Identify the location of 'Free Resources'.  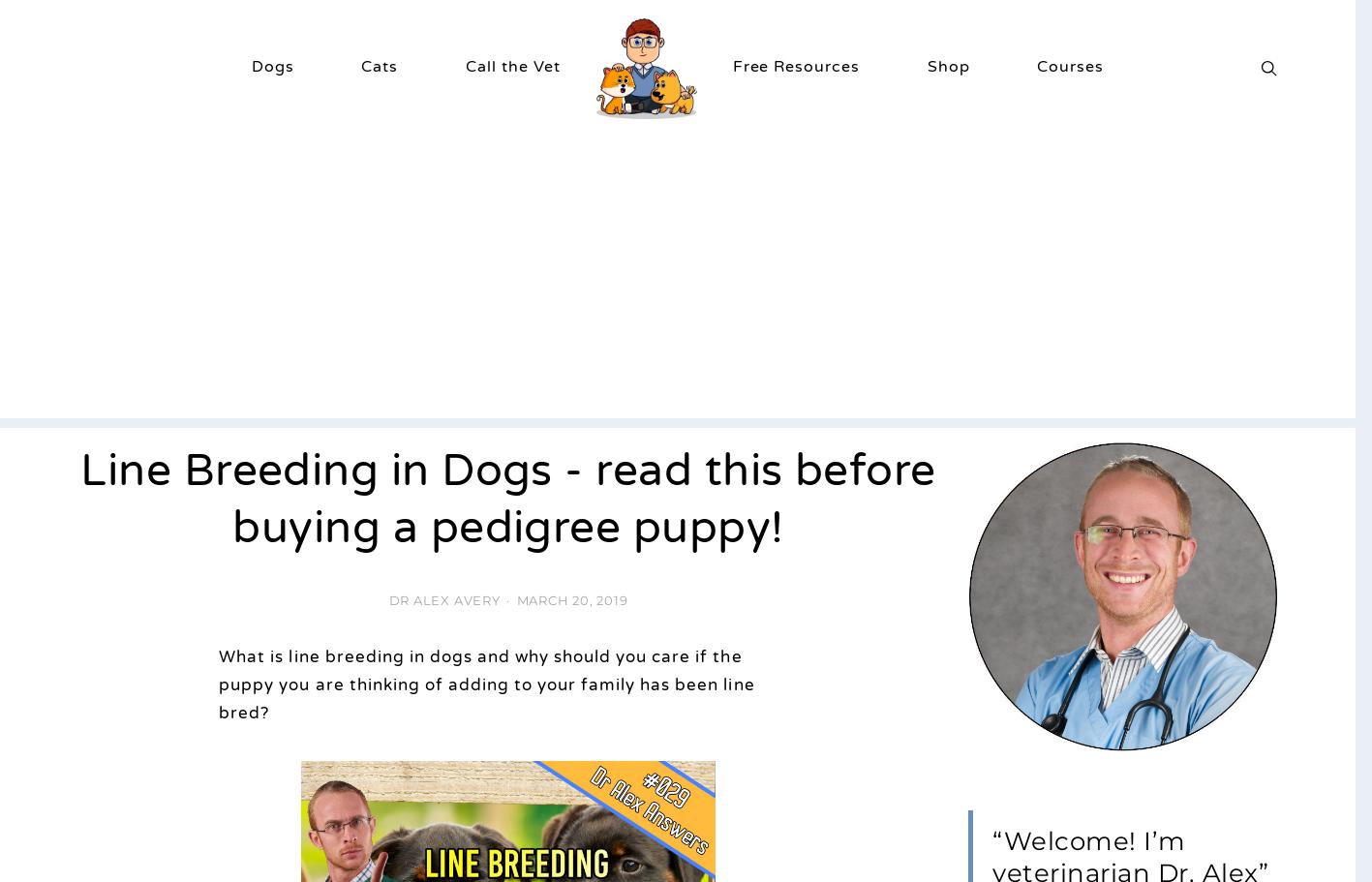
(796, 64).